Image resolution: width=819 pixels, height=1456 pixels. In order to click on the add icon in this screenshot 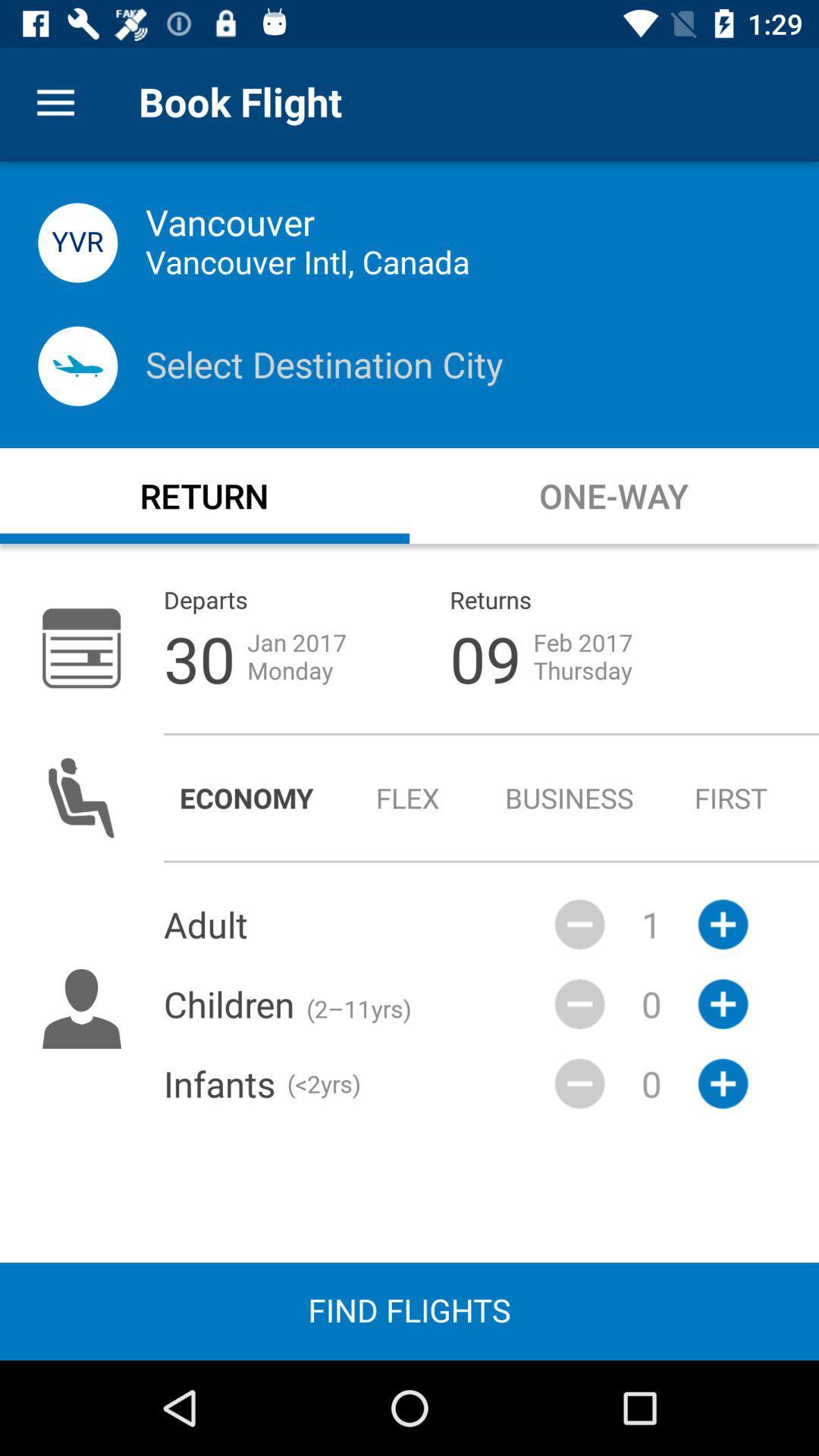, I will do `click(722, 1083)`.